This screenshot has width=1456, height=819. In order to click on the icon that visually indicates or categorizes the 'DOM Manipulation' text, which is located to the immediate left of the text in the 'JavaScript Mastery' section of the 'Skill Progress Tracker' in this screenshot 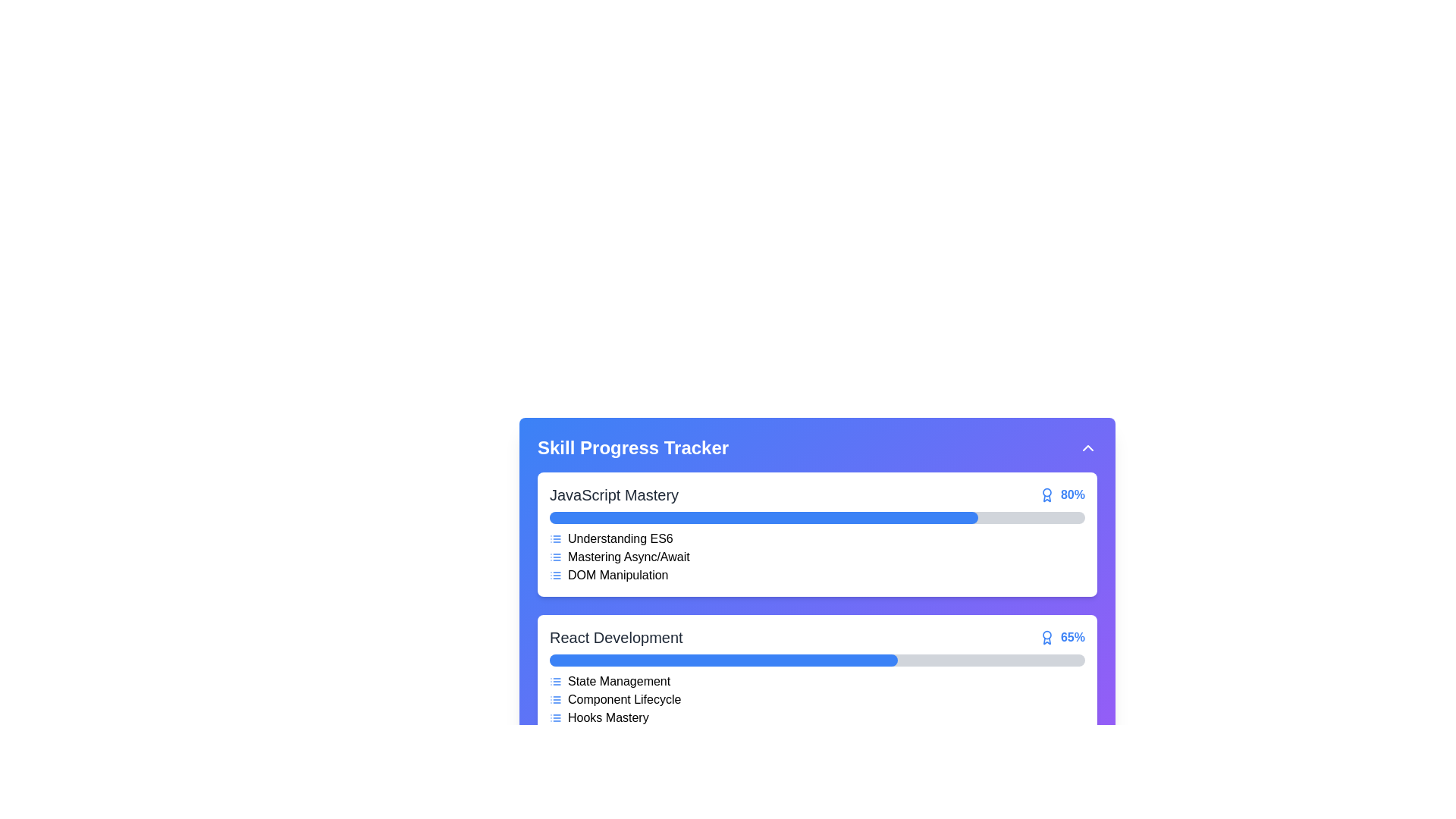, I will do `click(555, 576)`.